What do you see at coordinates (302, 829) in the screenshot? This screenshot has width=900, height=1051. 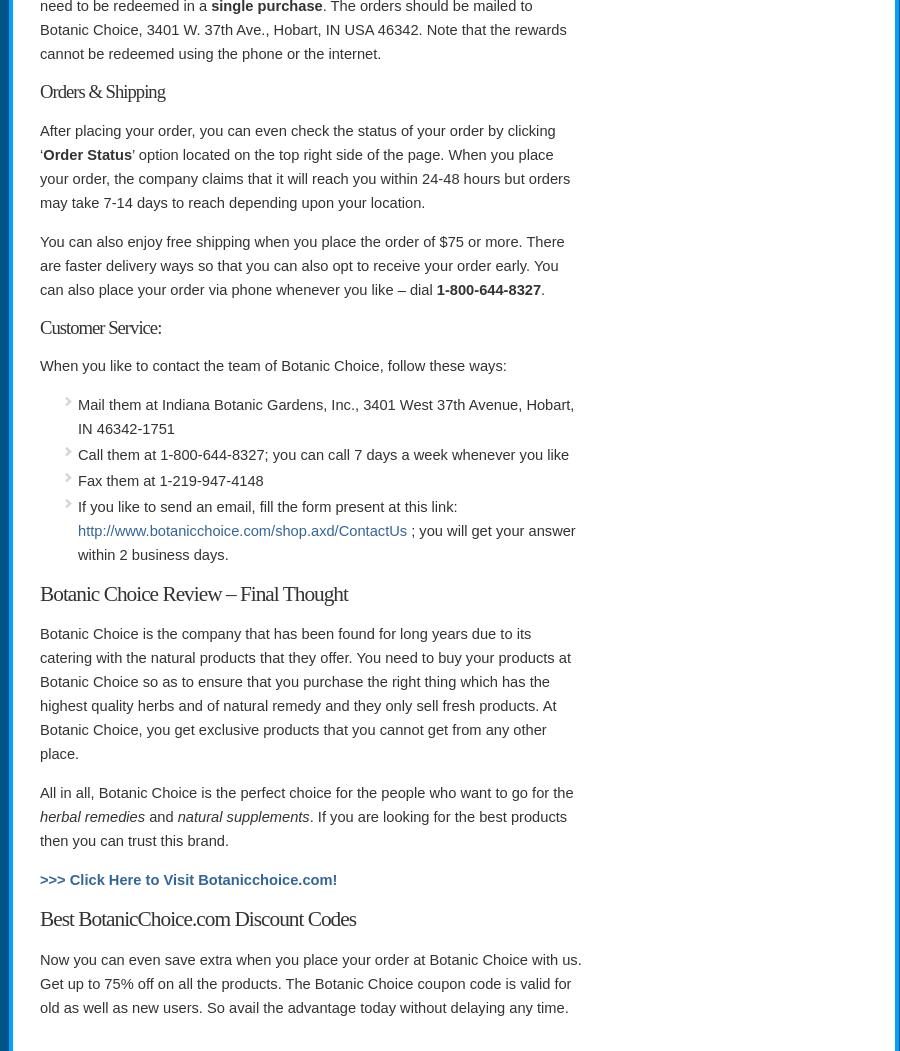 I see `'. If you are looking for the best products then you can trust this brand.'` at bounding box center [302, 829].